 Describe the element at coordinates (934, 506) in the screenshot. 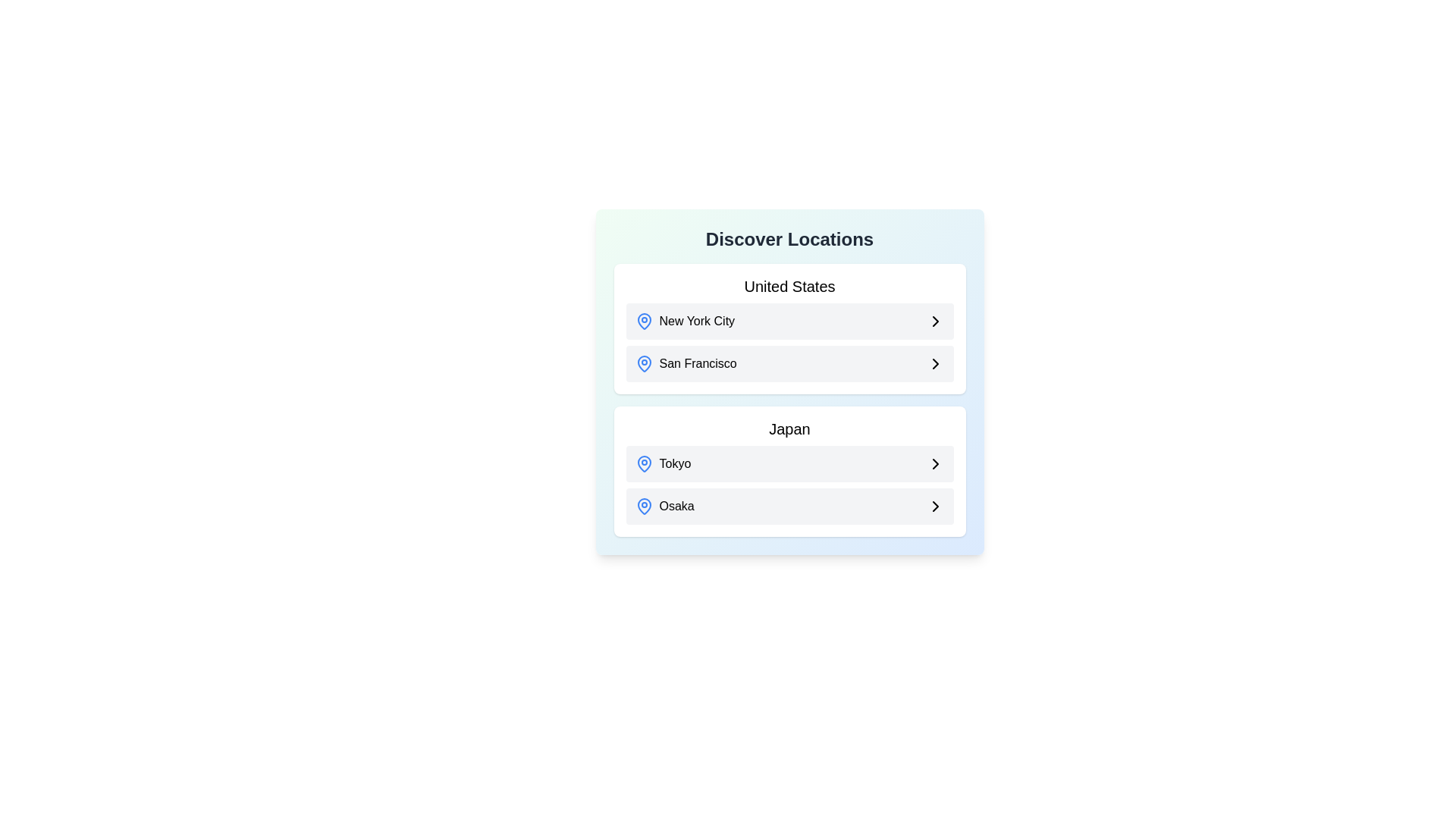

I see `the rightward-pointing Chevron icon associated with the 'Osaka' item located in the 'Japan' section of the interface` at that location.